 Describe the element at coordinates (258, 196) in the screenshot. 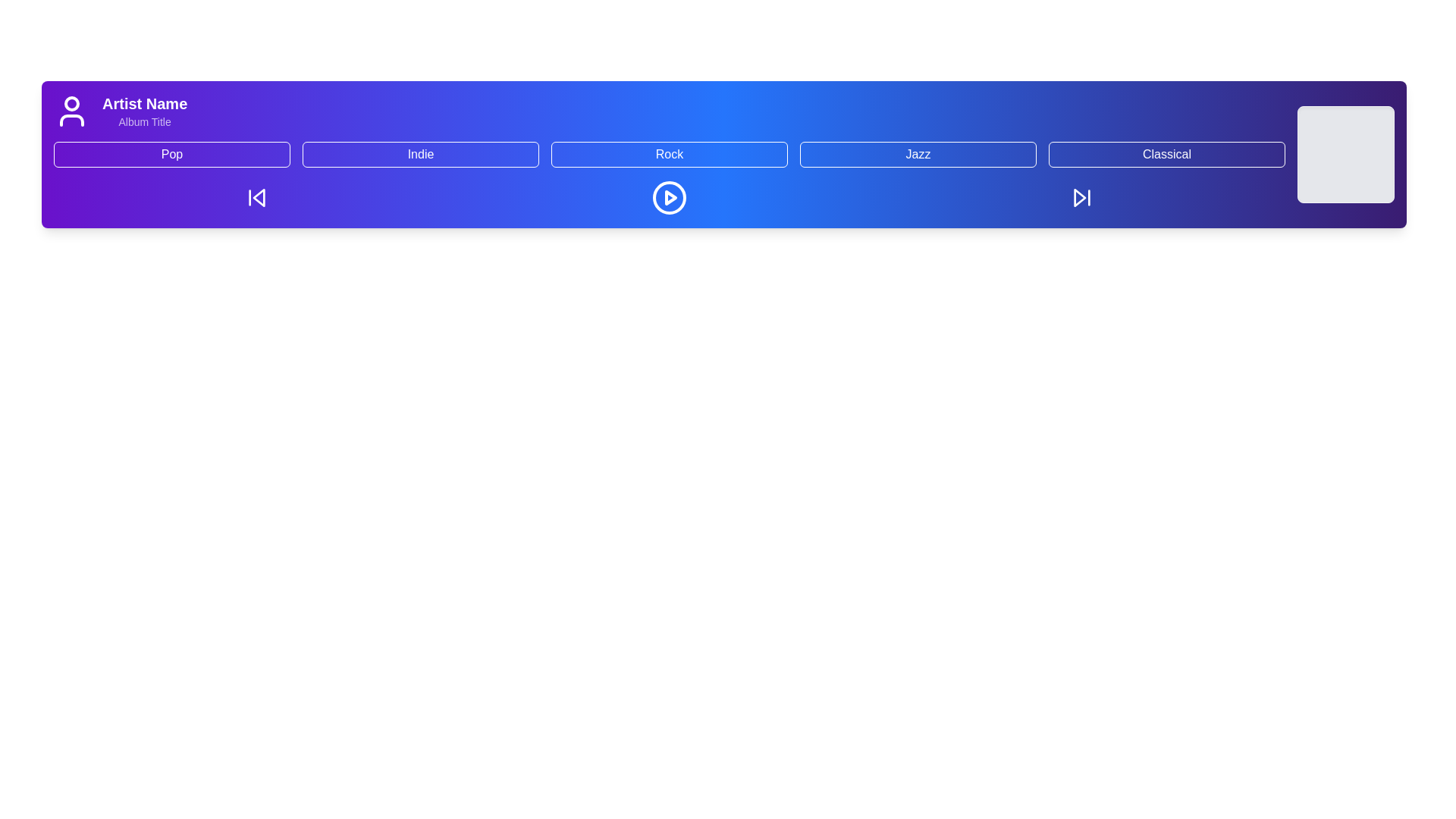

I see `the triangular left arrow button within a circular boundary` at that location.